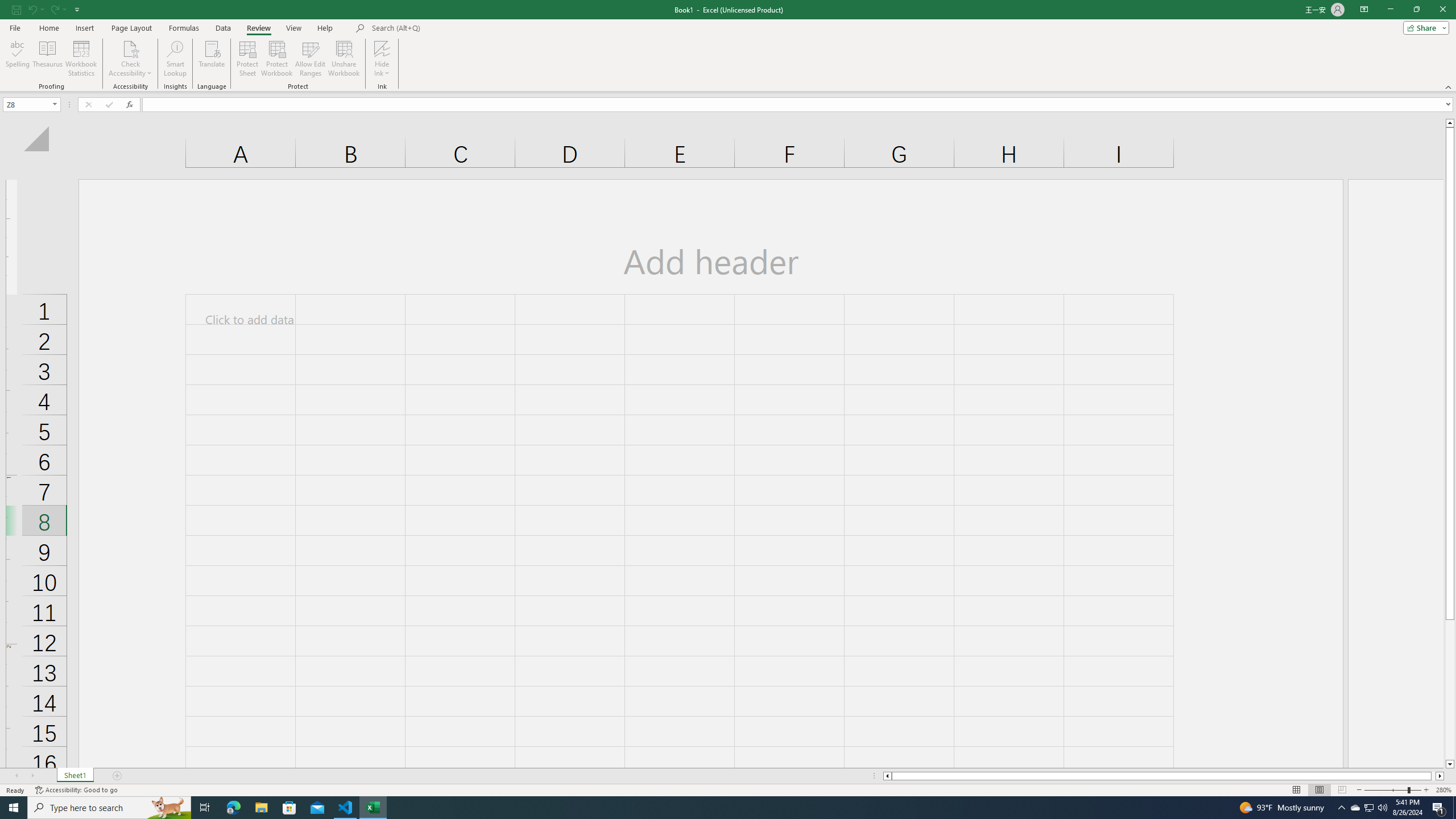 The height and width of the screenshot is (819, 1456). Describe the element at coordinates (6, 5) in the screenshot. I see `'System'` at that location.